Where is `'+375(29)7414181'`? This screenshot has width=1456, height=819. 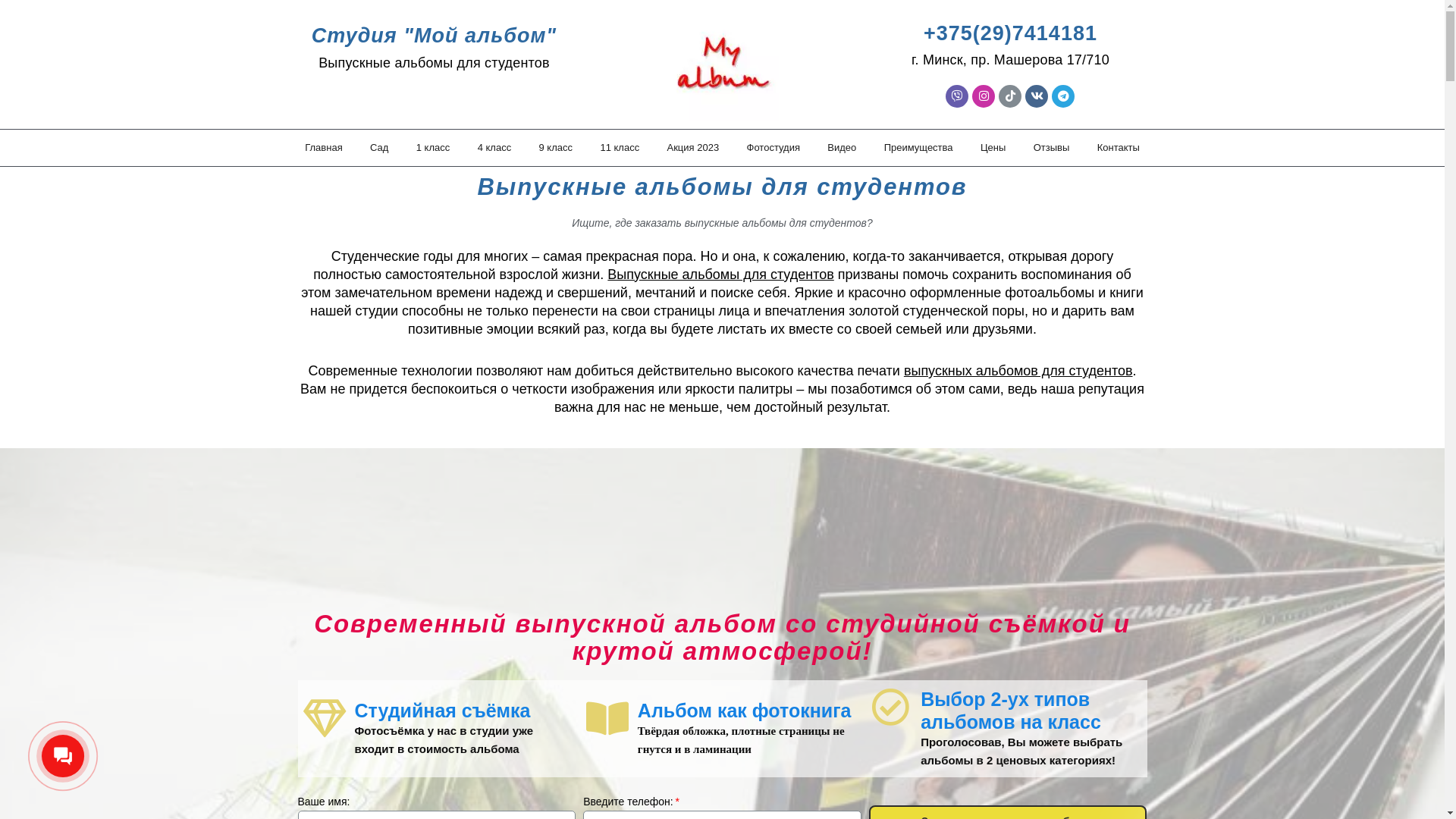 '+375(29)7414181' is located at coordinates (1010, 33).